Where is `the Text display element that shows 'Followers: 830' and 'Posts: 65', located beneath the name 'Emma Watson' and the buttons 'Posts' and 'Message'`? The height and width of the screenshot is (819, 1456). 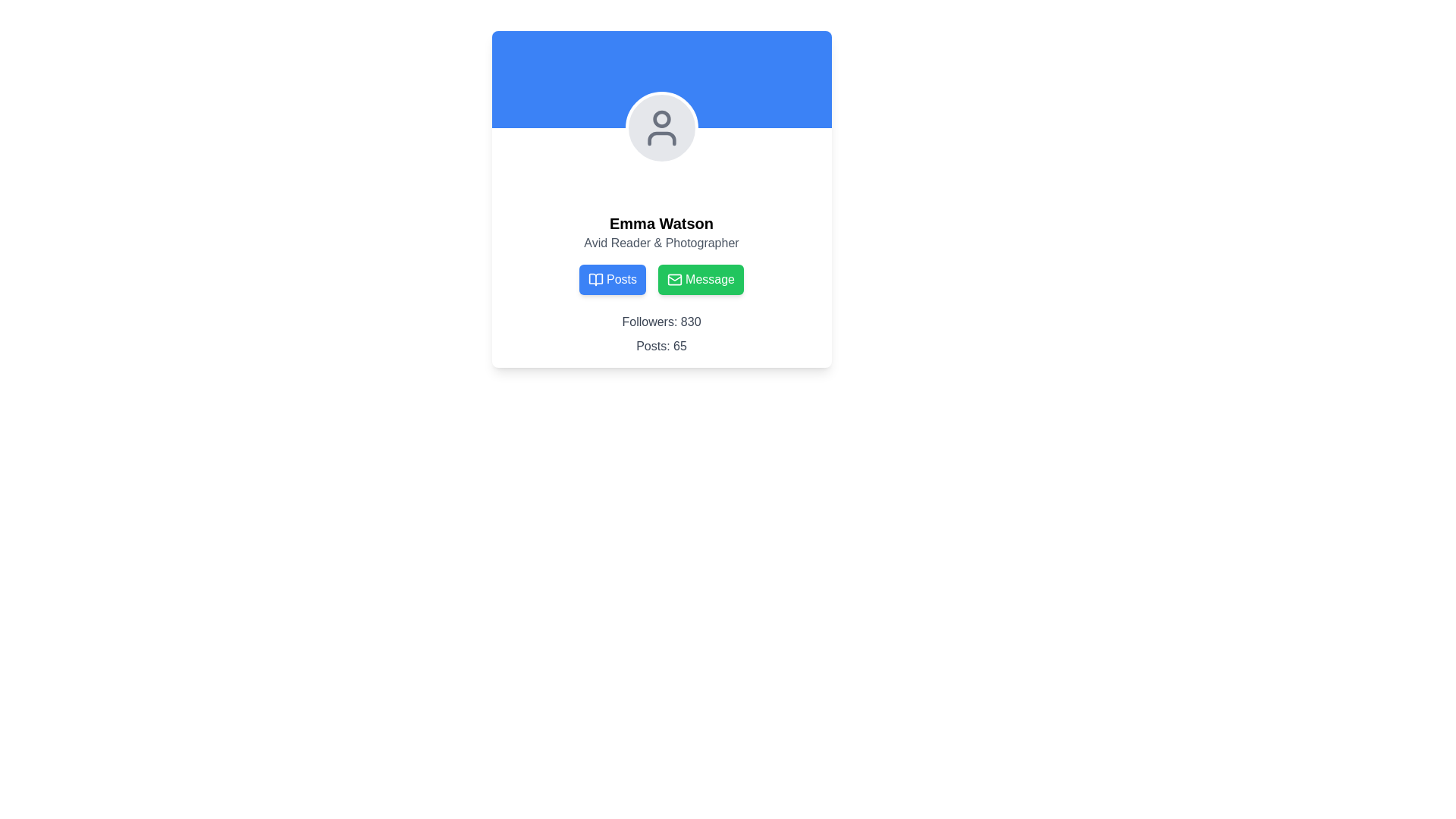
the Text display element that shows 'Followers: 830' and 'Posts: 65', located beneath the name 'Emma Watson' and the buttons 'Posts' and 'Message' is located at coordinates (661, 333).